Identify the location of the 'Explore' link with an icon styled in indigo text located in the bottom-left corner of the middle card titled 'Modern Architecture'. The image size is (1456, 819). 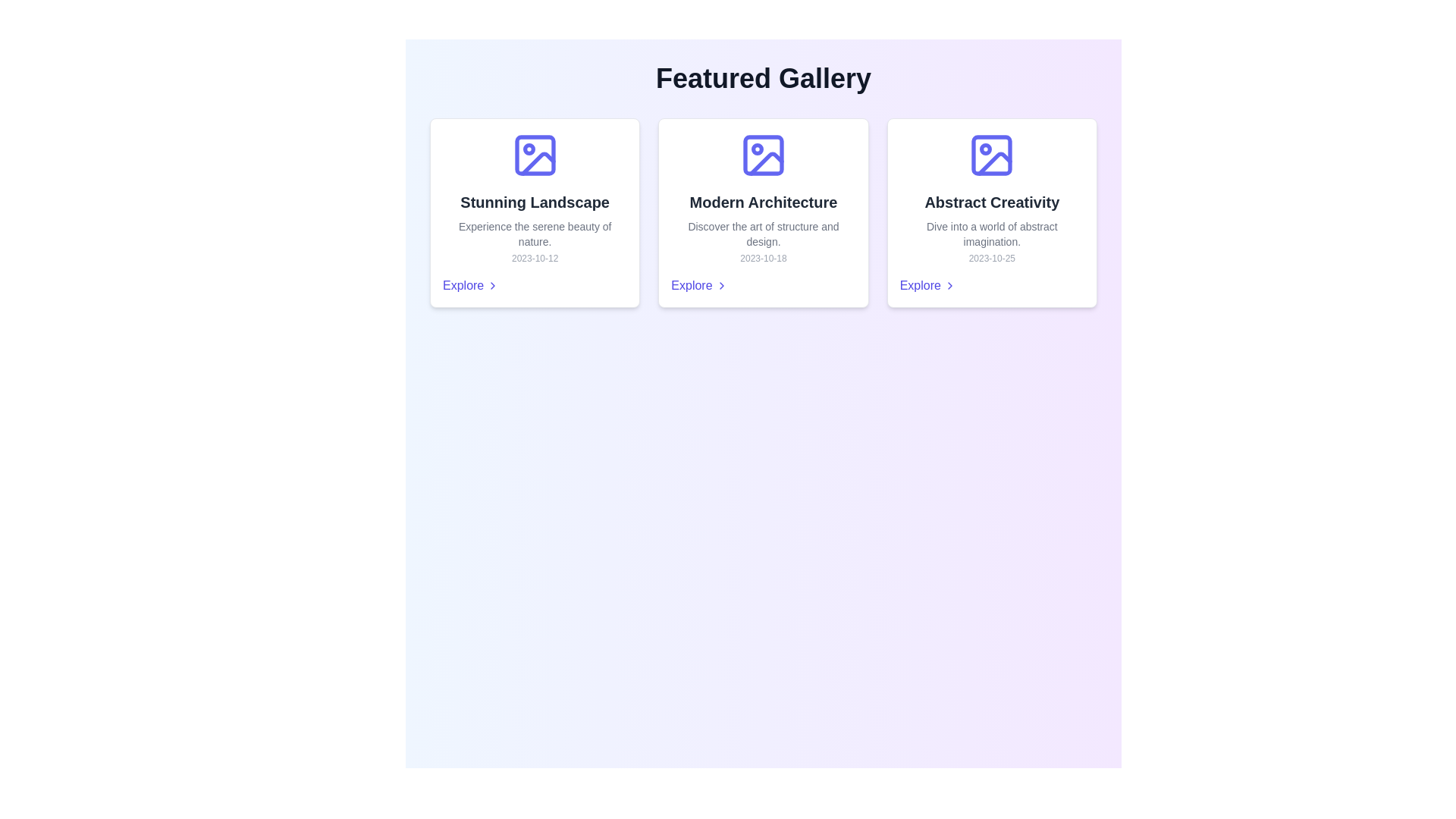
(698, 286).